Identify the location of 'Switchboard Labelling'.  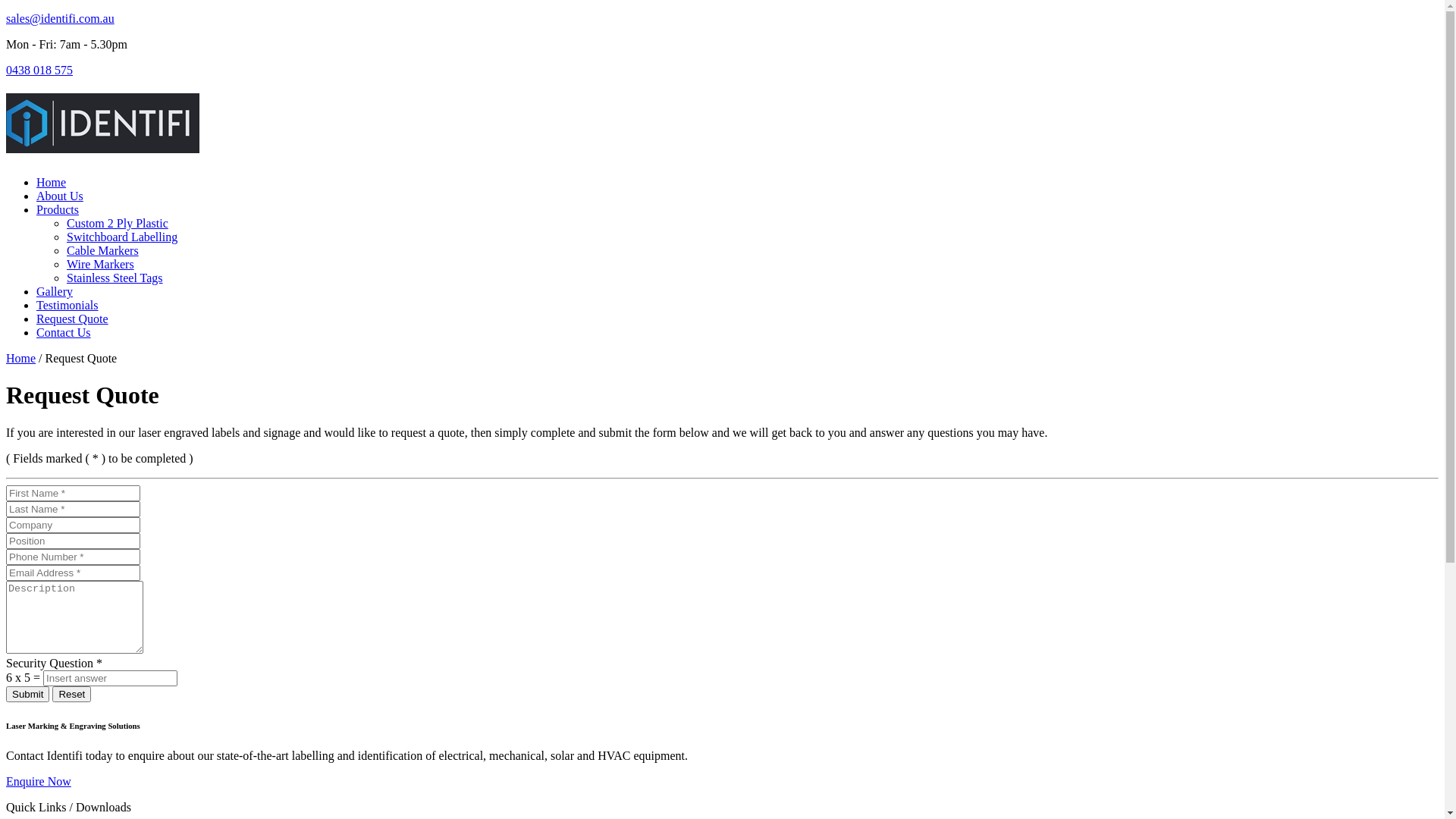
(122, 237).